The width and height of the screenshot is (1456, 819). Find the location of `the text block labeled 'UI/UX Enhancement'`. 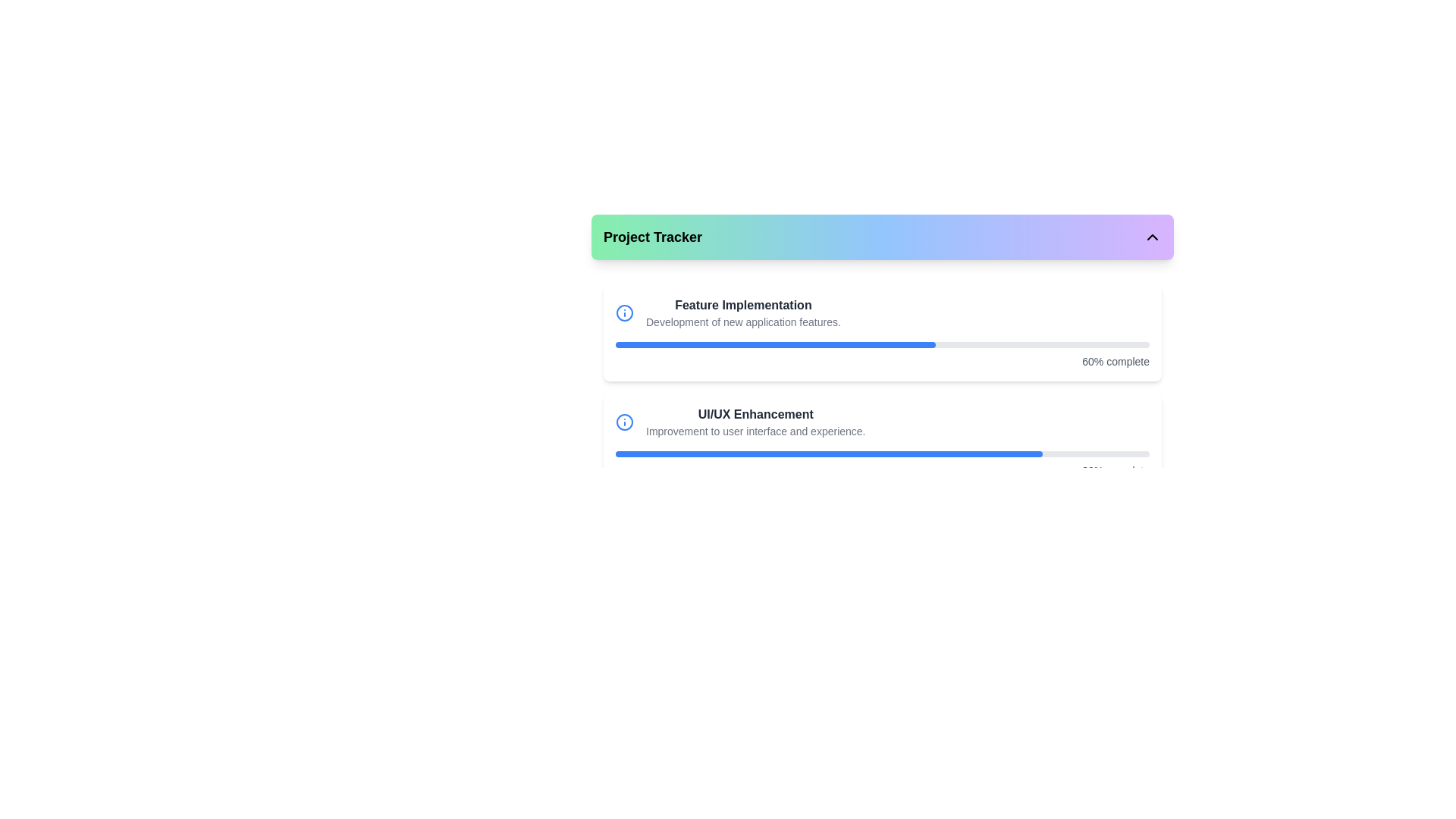

the text block labeled 'UI/UX Enhancement' is located at coordinates (755, 422).